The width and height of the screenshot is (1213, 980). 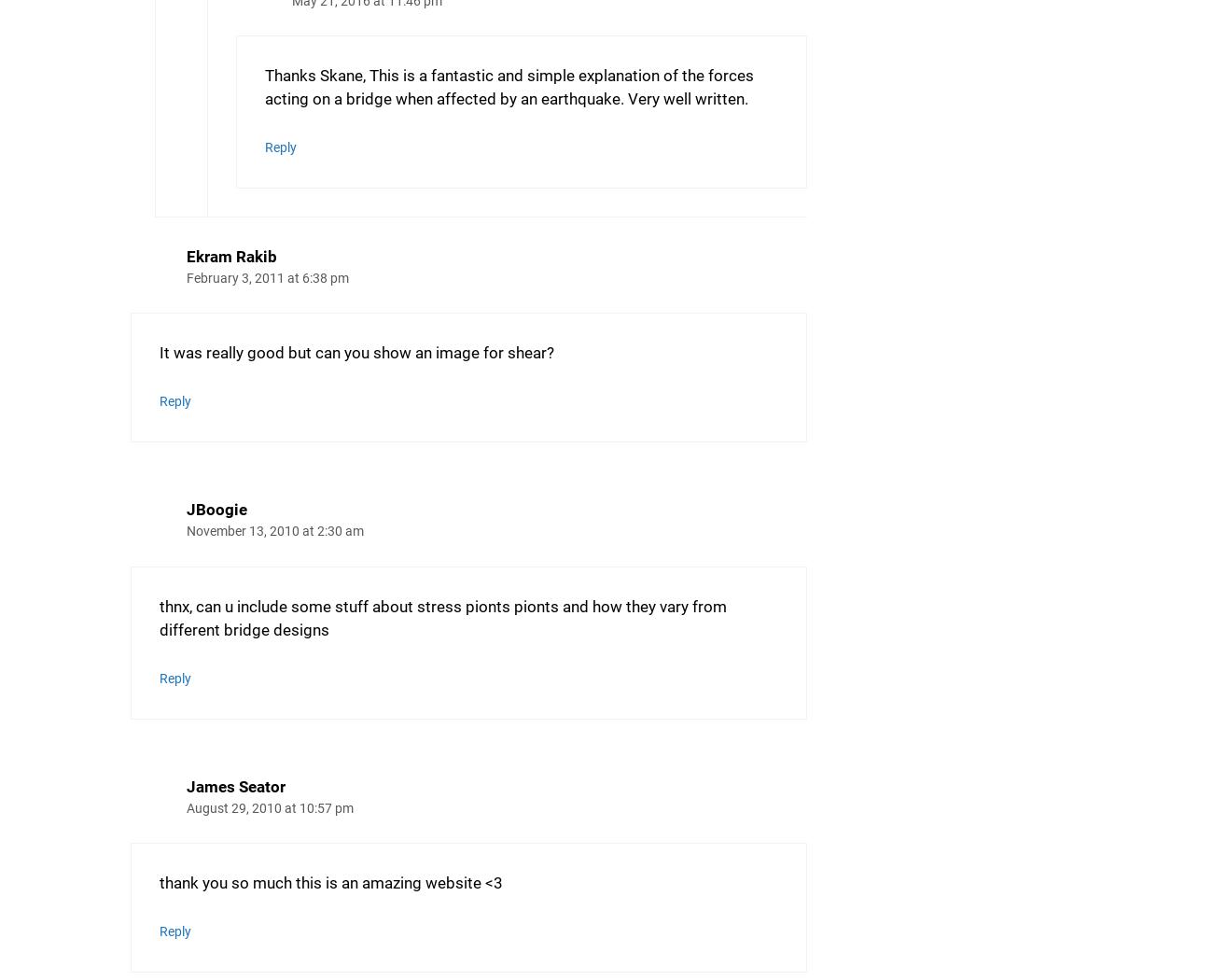 I want to click on 'August 29, 2010 at 10:57 pm', so click(x=270, y=807).